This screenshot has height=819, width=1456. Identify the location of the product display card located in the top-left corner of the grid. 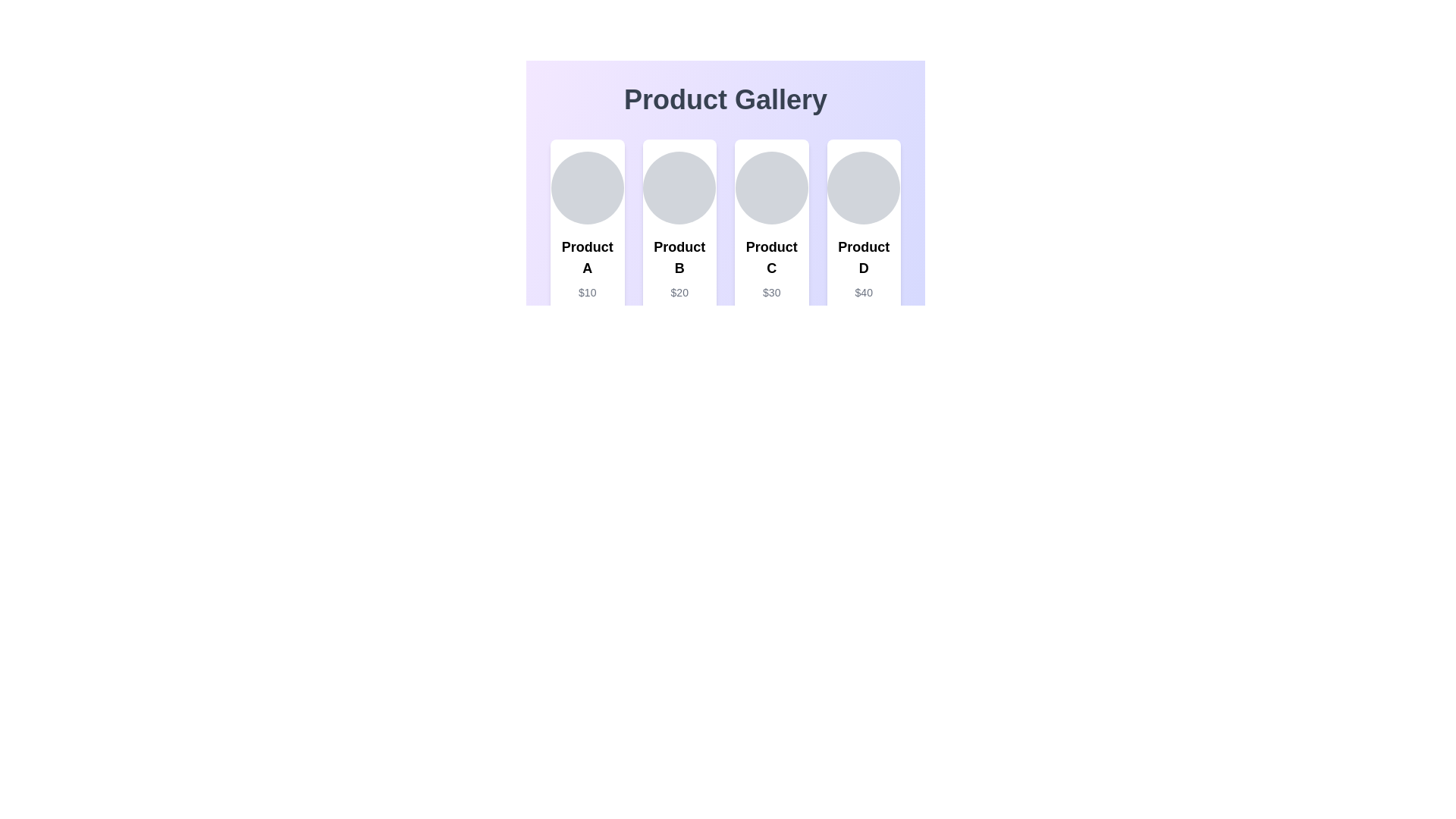
(586, 245).